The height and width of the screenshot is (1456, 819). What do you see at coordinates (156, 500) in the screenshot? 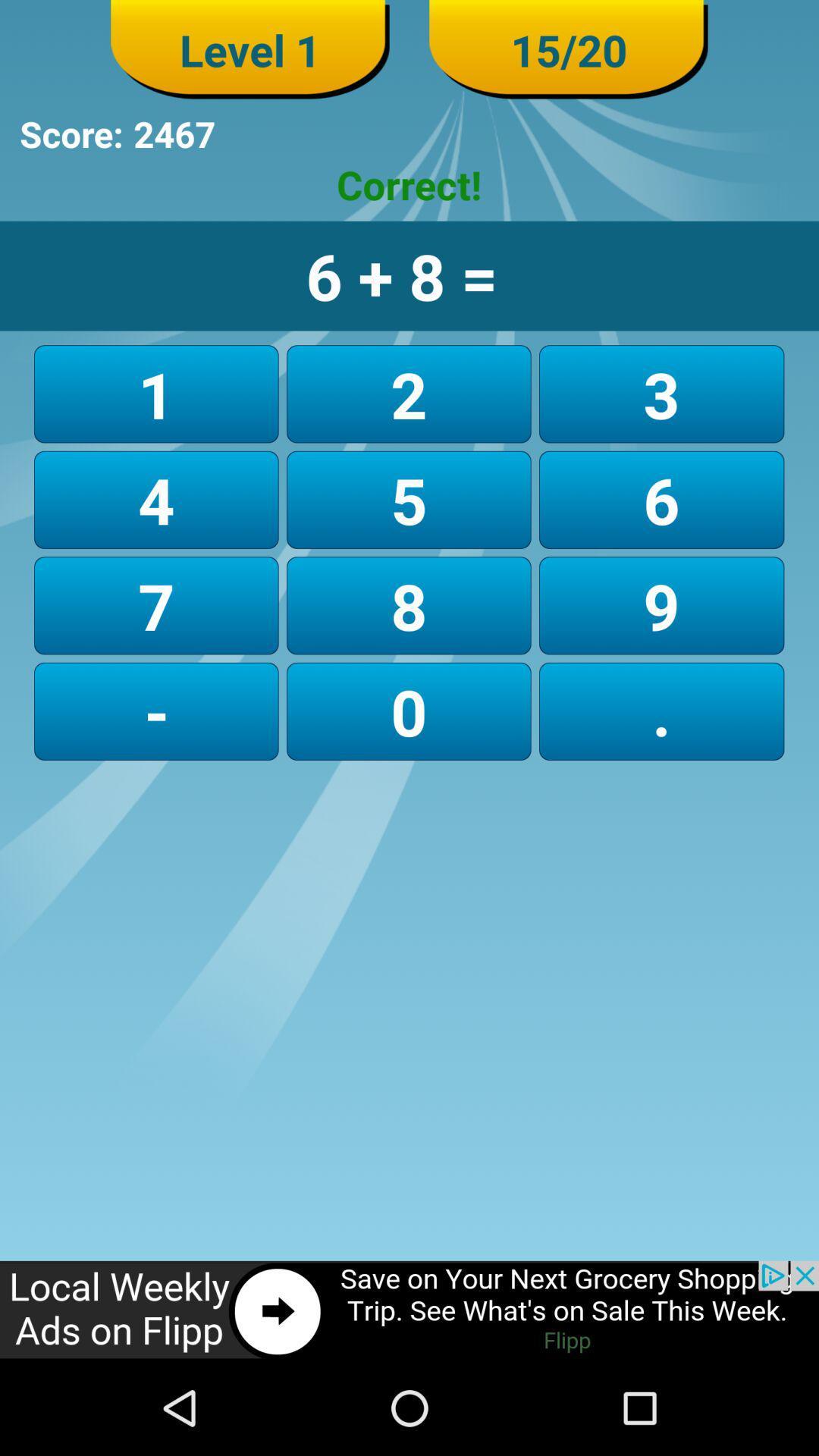
I see `the icon to the left of 2 icon` at bounding box center [156, 500].